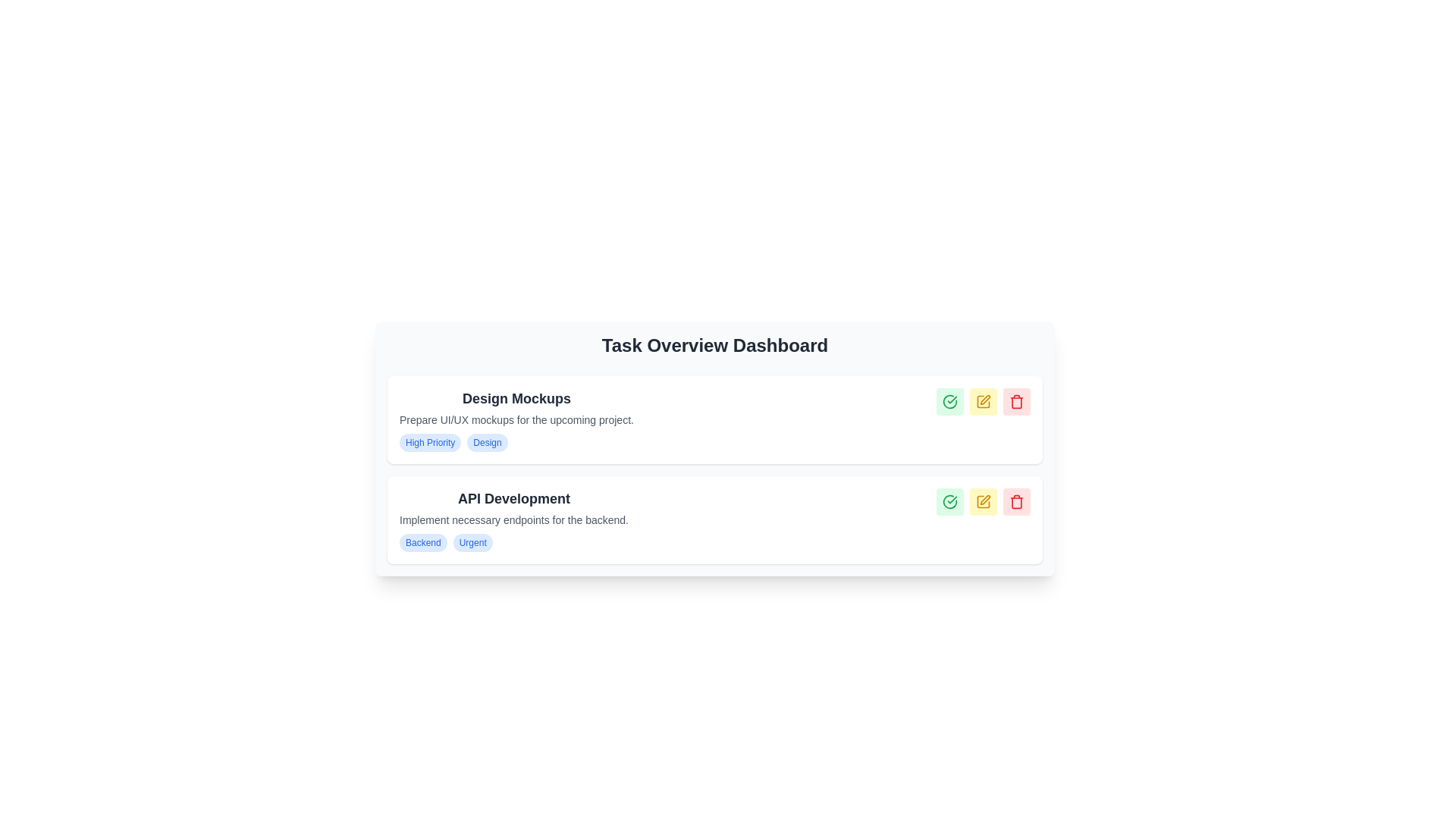  What do you see at coordinates (949, 502) in the screenshot?
I see `the first button in the rightmost set of action icons in the second task row to mark the associated task as successfully completed` at bounding box center [949, 502].